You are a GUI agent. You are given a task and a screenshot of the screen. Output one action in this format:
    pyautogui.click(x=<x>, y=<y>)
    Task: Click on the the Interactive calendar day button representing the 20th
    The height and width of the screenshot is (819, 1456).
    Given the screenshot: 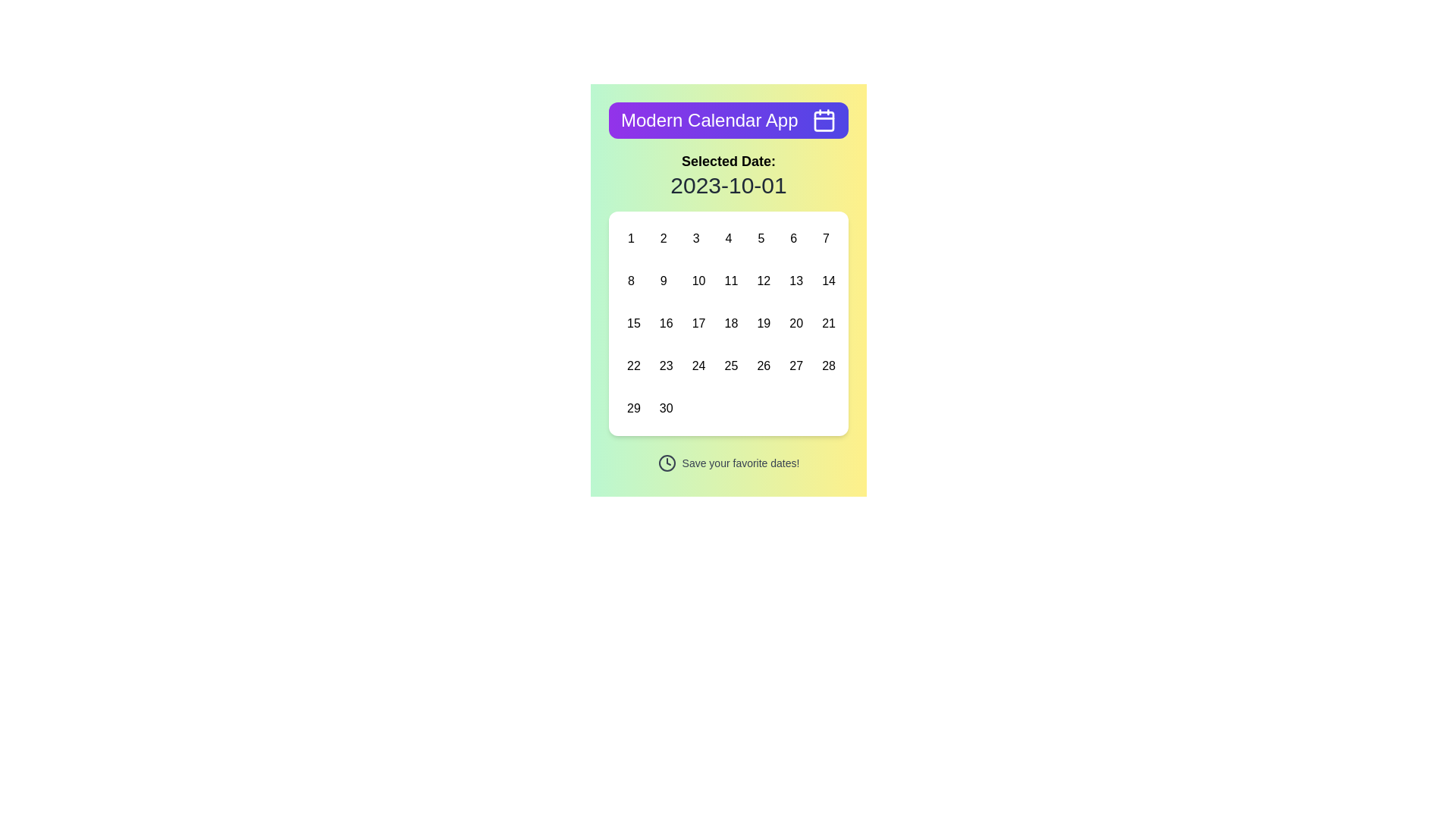 What is the action you would take?
    pyautogui.click(x=792, y=323)
    